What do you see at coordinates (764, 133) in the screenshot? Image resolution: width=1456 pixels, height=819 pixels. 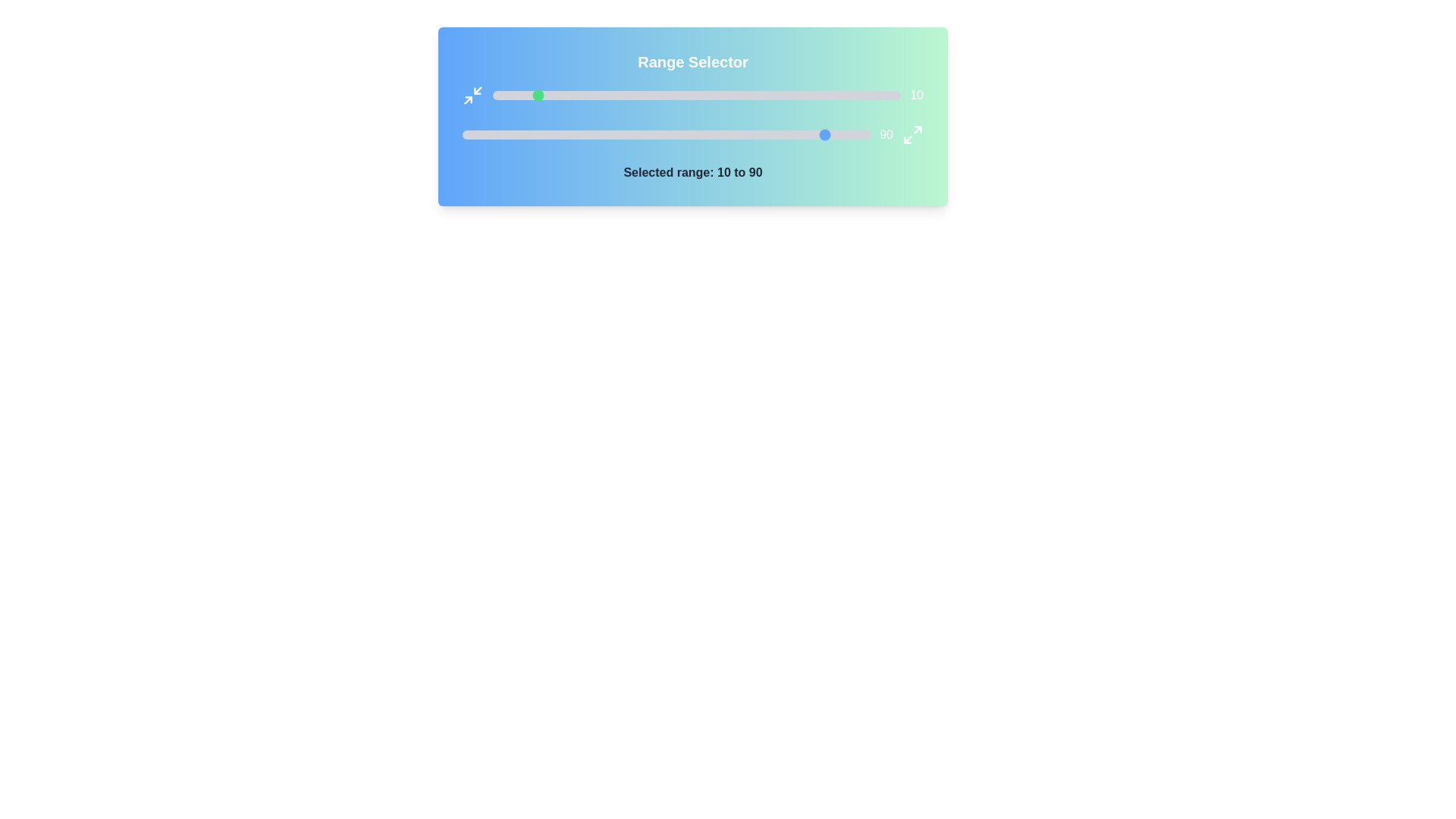 I see `the slider value` at bounding box center [764, 133].